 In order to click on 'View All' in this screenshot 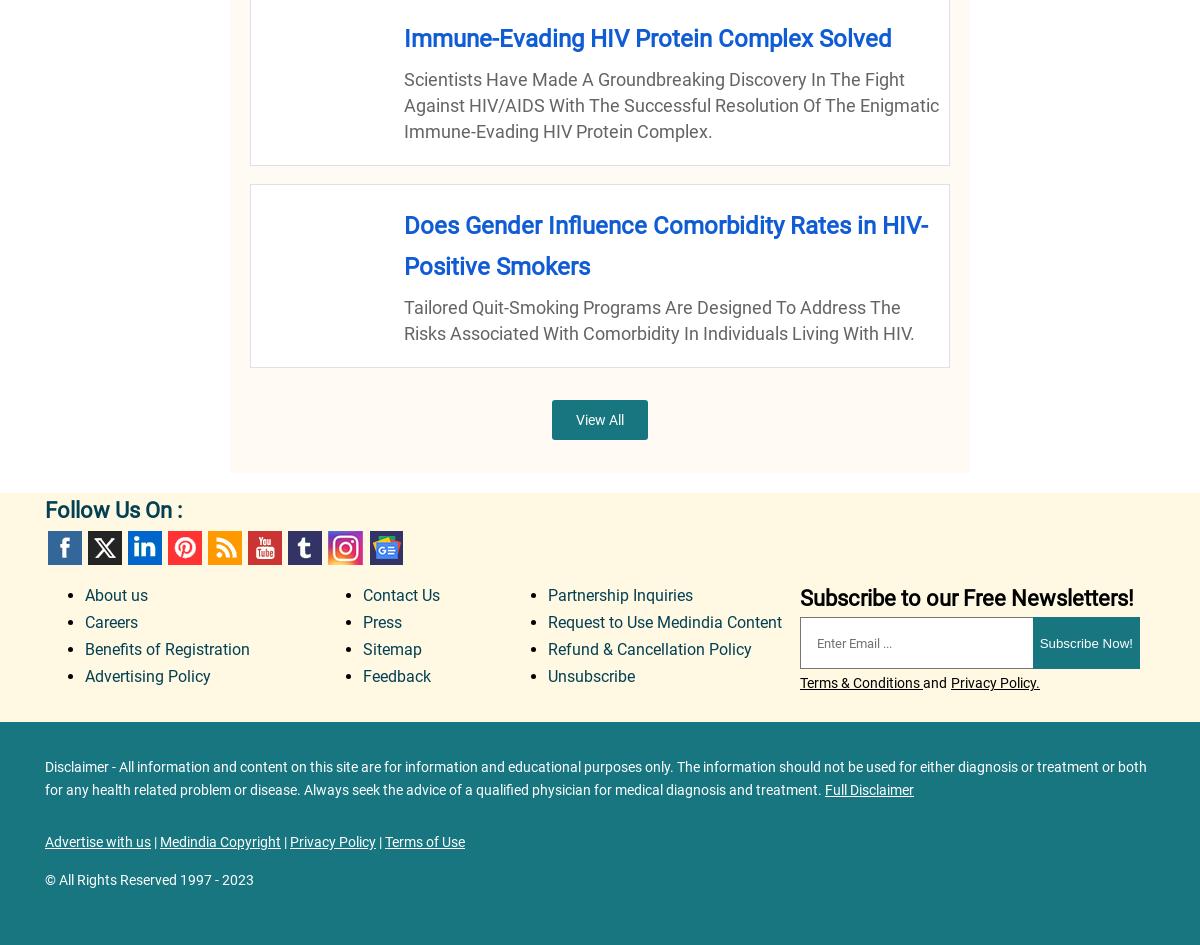, I will do `click(575, 419)`.